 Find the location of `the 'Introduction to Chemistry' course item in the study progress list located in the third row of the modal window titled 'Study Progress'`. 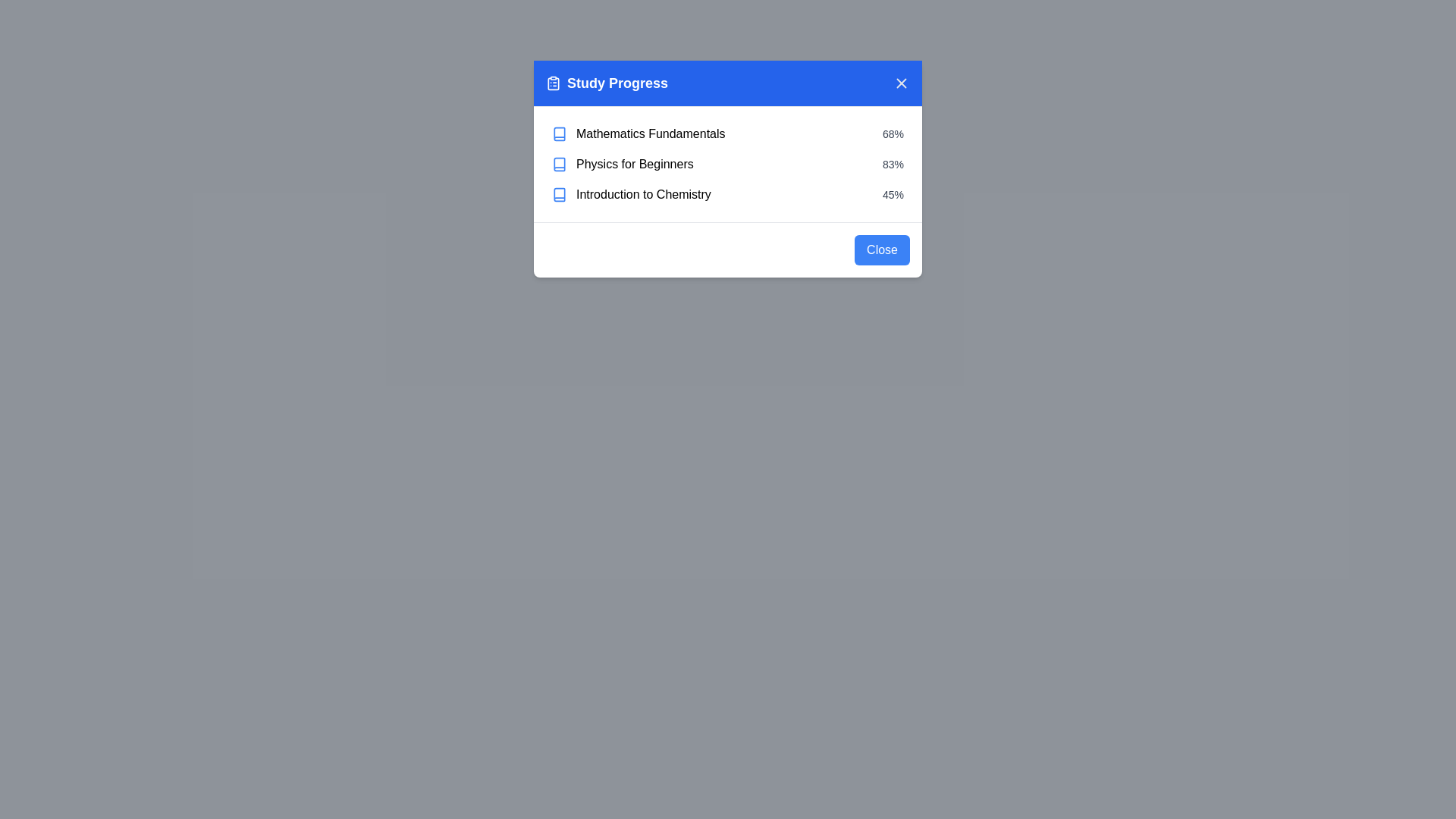

the 'Introduction to Chemistry' course item in the study progress list located in the third row of the modal window titled 'Study Progress' is located at coordinates (631, 194).